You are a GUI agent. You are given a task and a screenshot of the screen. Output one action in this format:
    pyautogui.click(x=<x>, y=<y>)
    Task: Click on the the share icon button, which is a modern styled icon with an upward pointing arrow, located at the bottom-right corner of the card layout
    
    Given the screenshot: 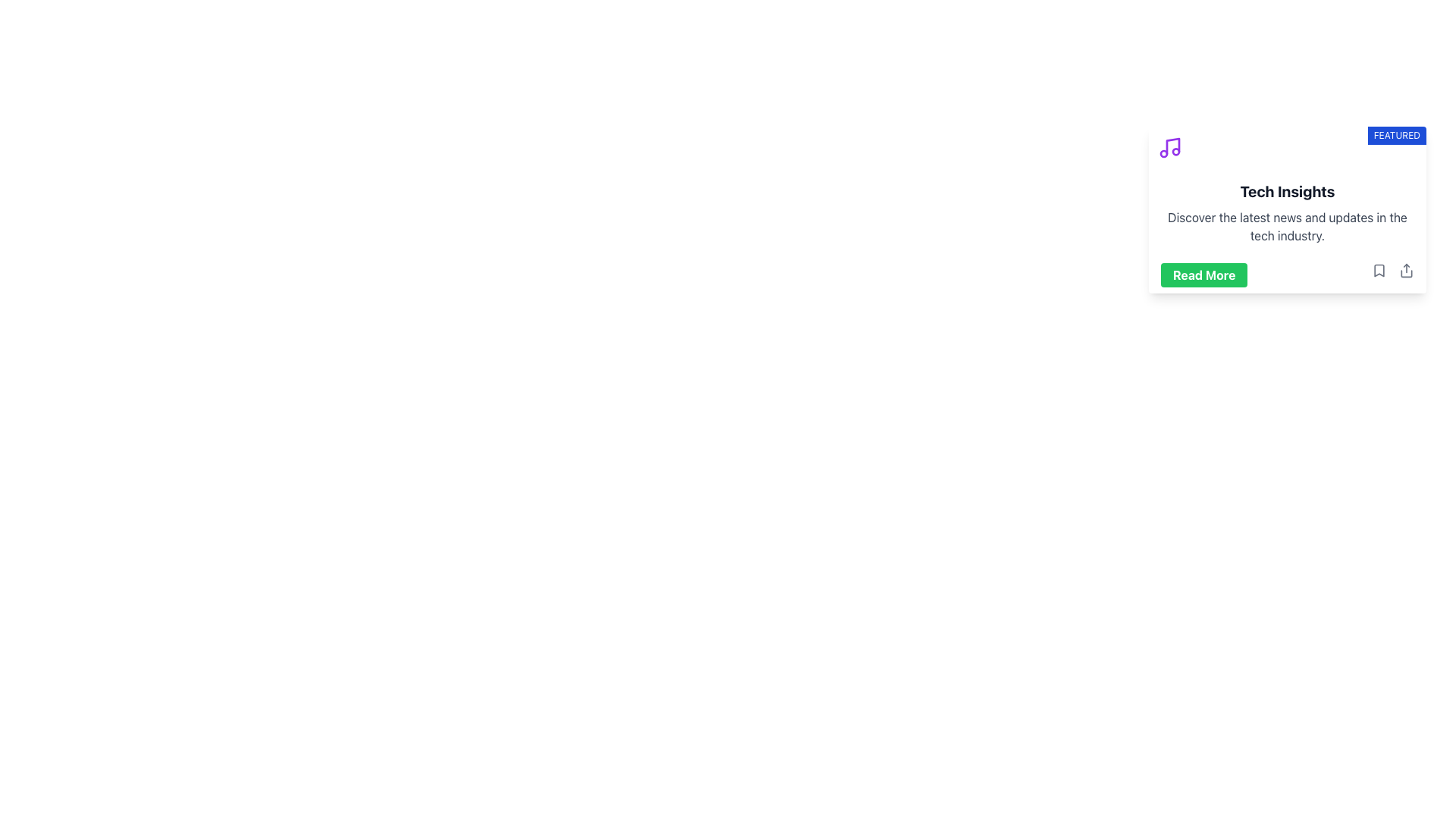 What is the action you would take?
    pyautogui.click(x=1405, y=270)
    